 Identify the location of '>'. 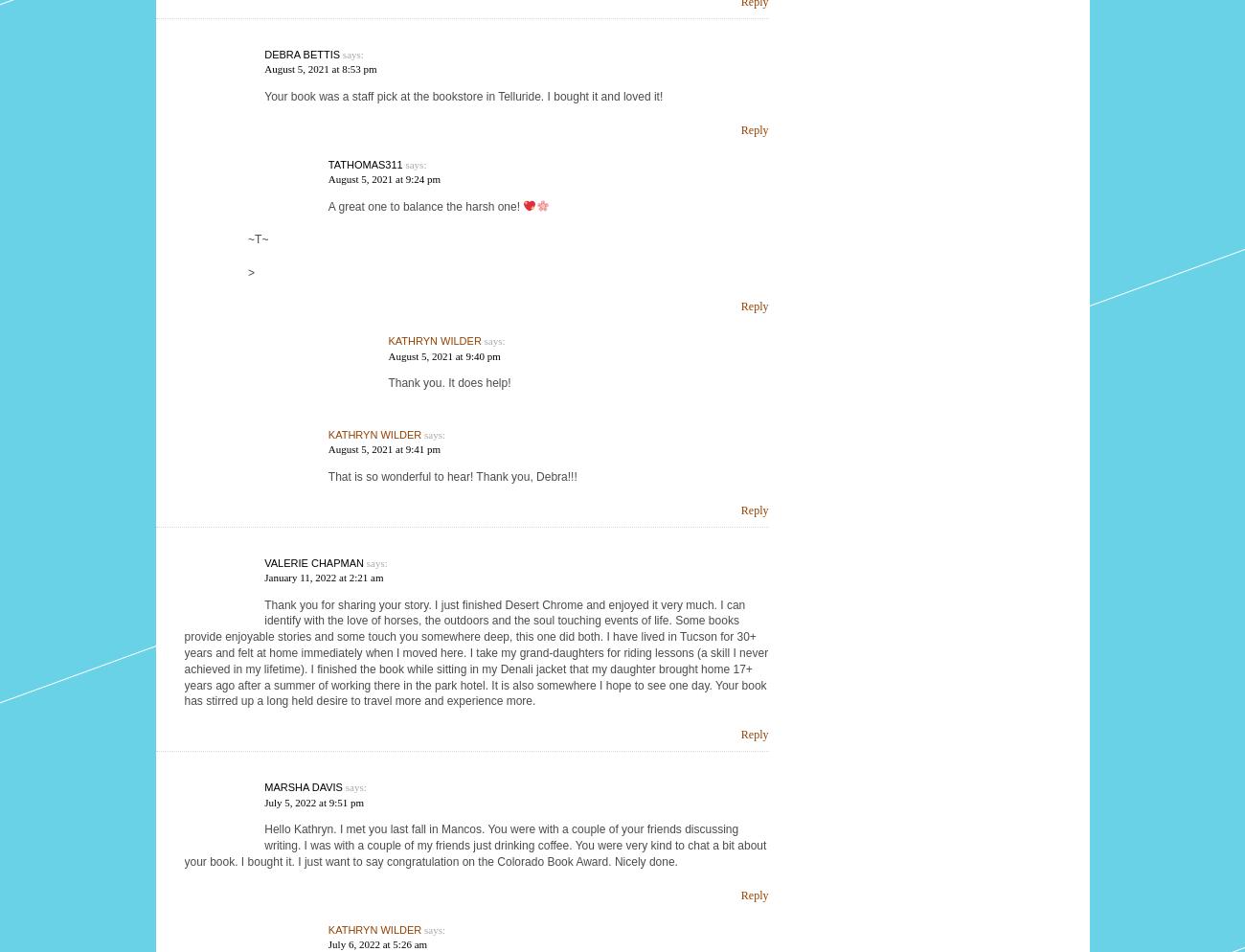
(250, 272).